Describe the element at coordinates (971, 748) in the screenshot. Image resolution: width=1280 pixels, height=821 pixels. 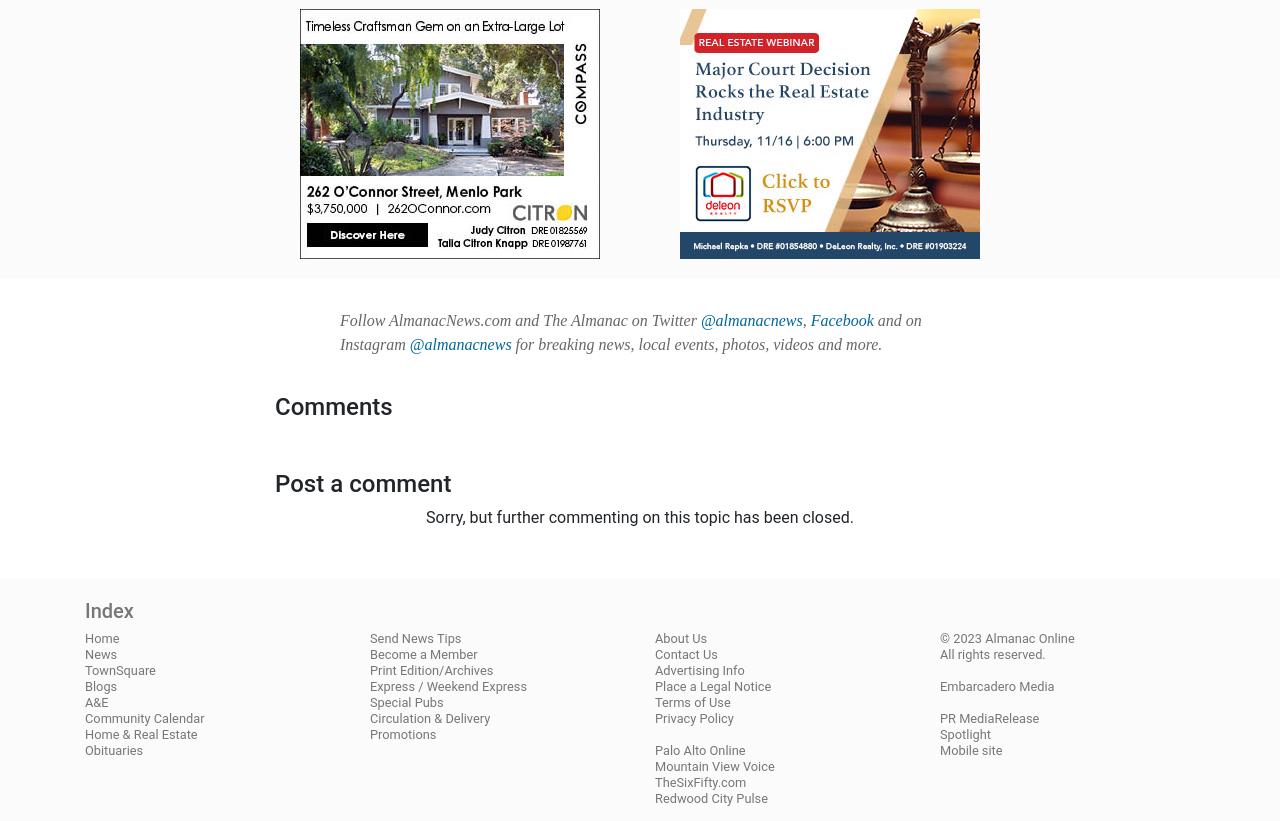
I see `'Mobile site'` at that location.